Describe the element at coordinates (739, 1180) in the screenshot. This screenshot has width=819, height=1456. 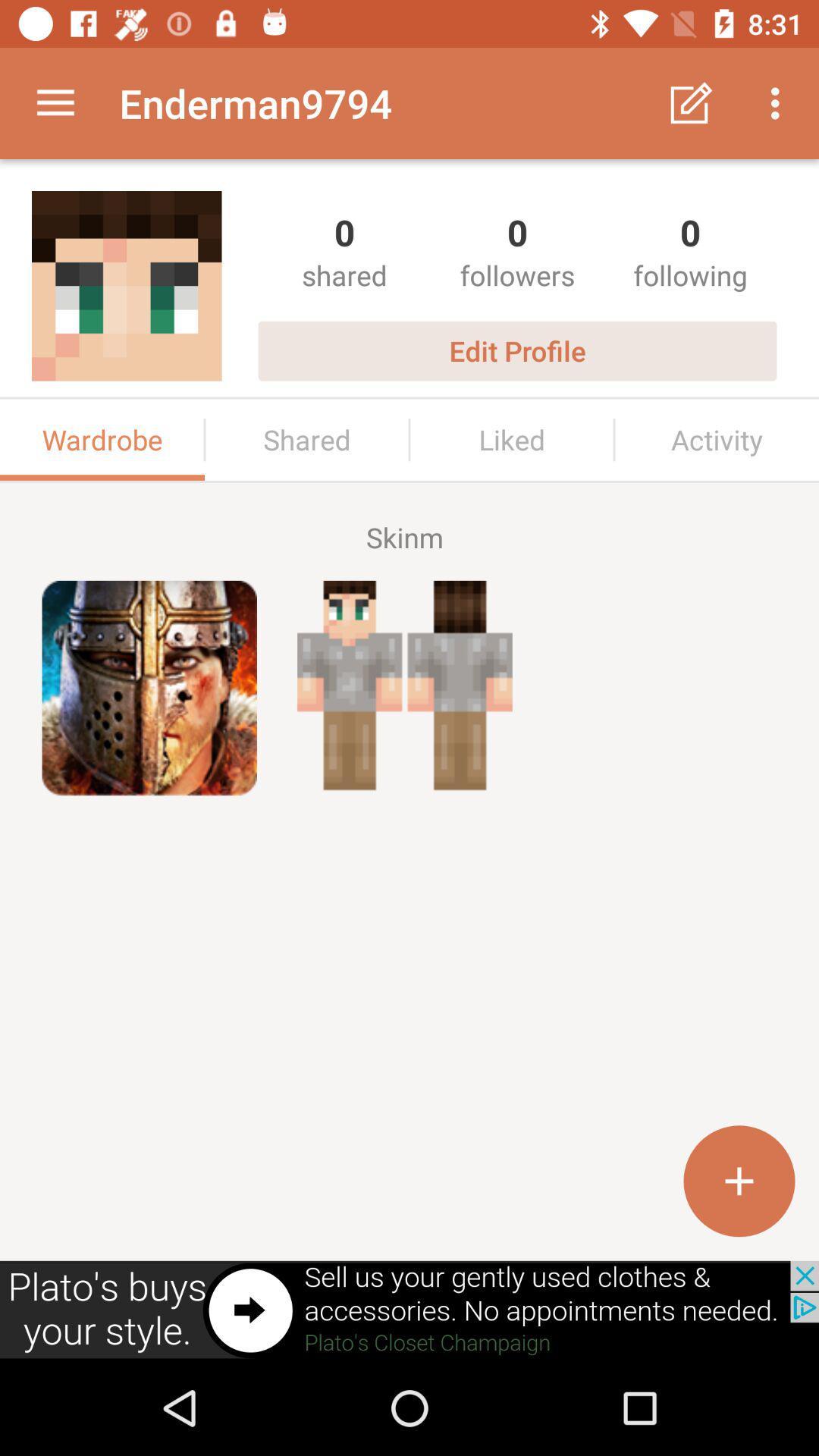
I see `the add icon` at that location.